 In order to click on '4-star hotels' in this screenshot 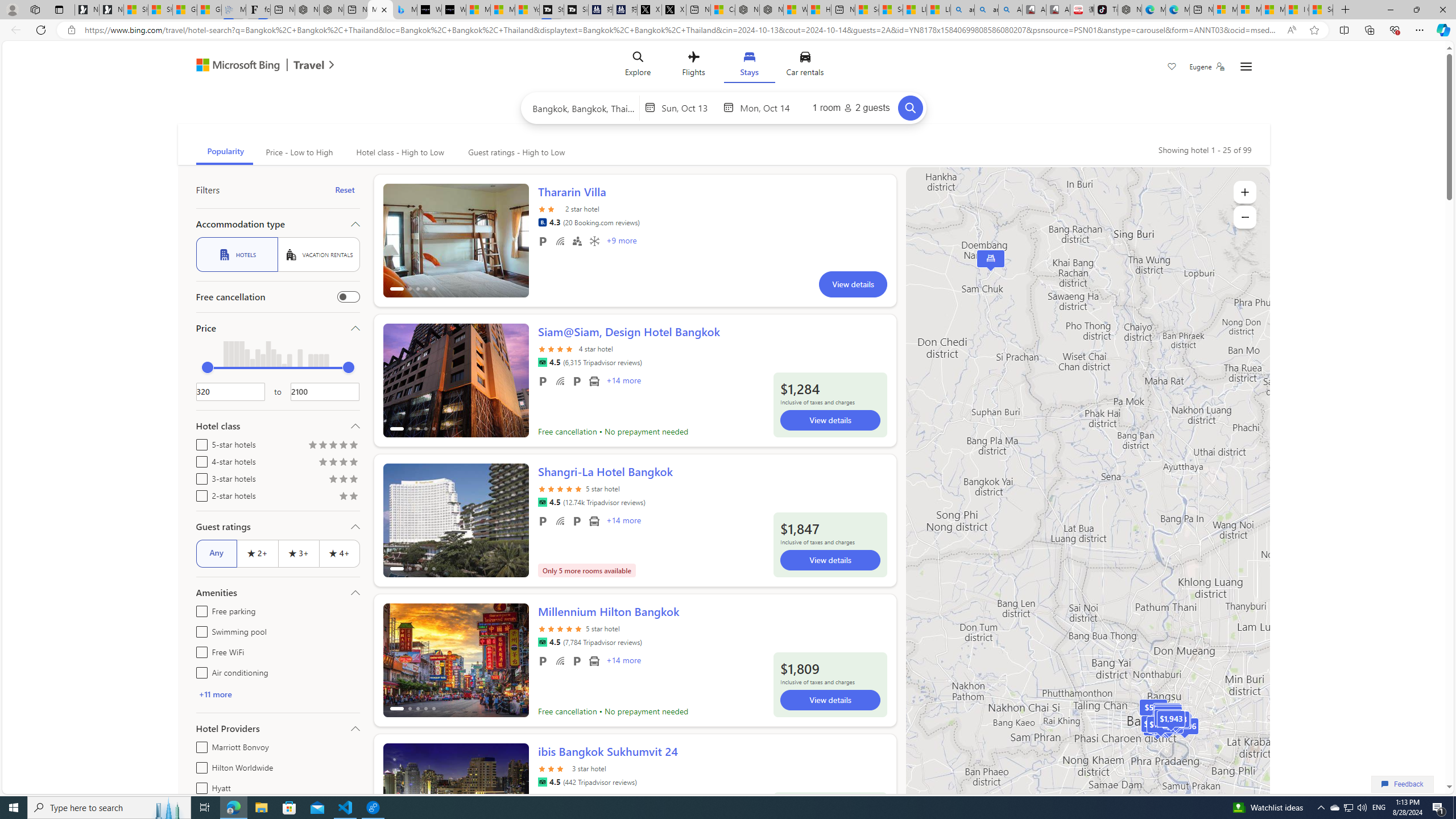, I will do `click(199, 460)`.